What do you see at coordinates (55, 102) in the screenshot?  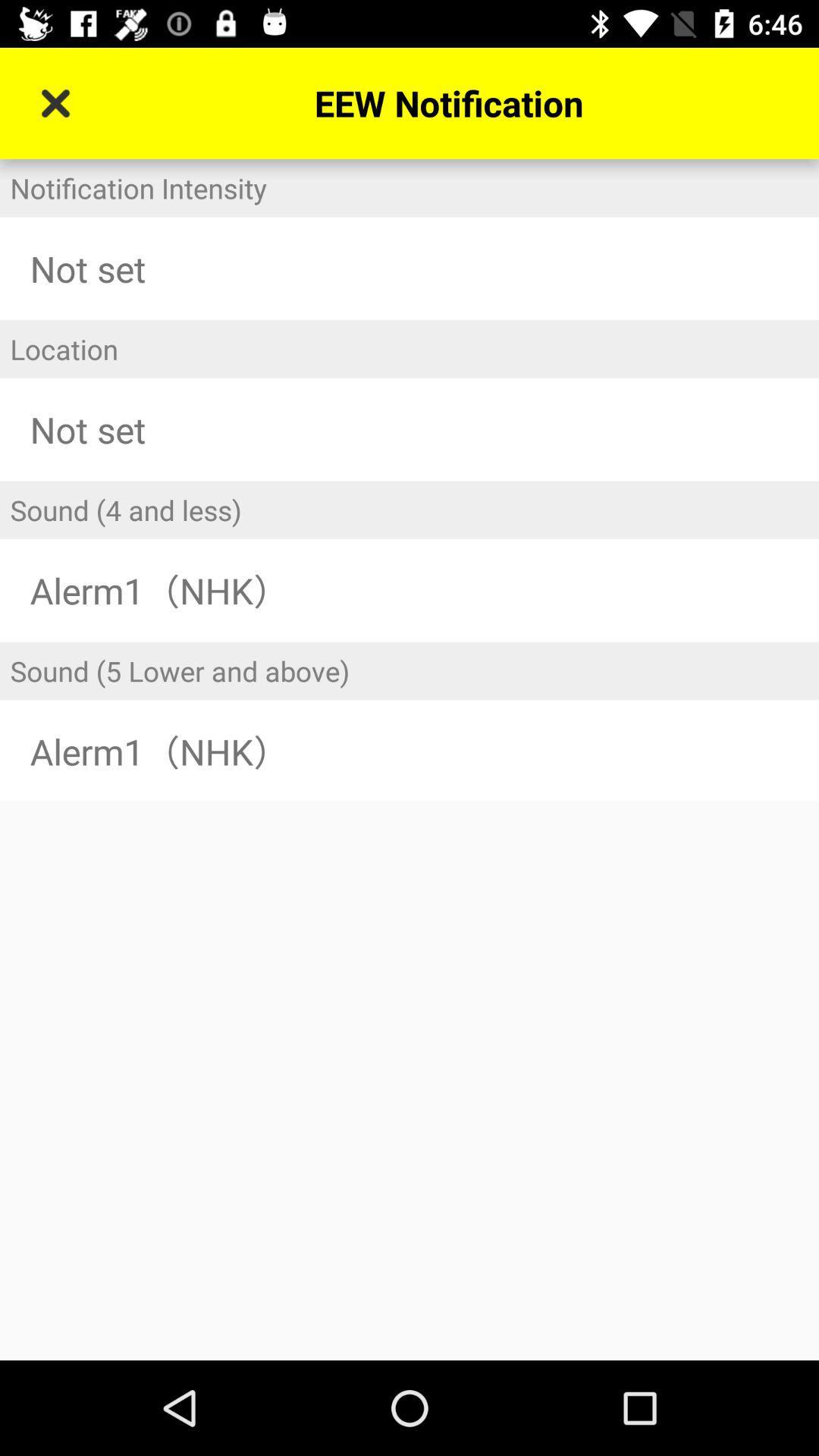 I see `the icon at the top left corner` at bounding box center [55, 102].